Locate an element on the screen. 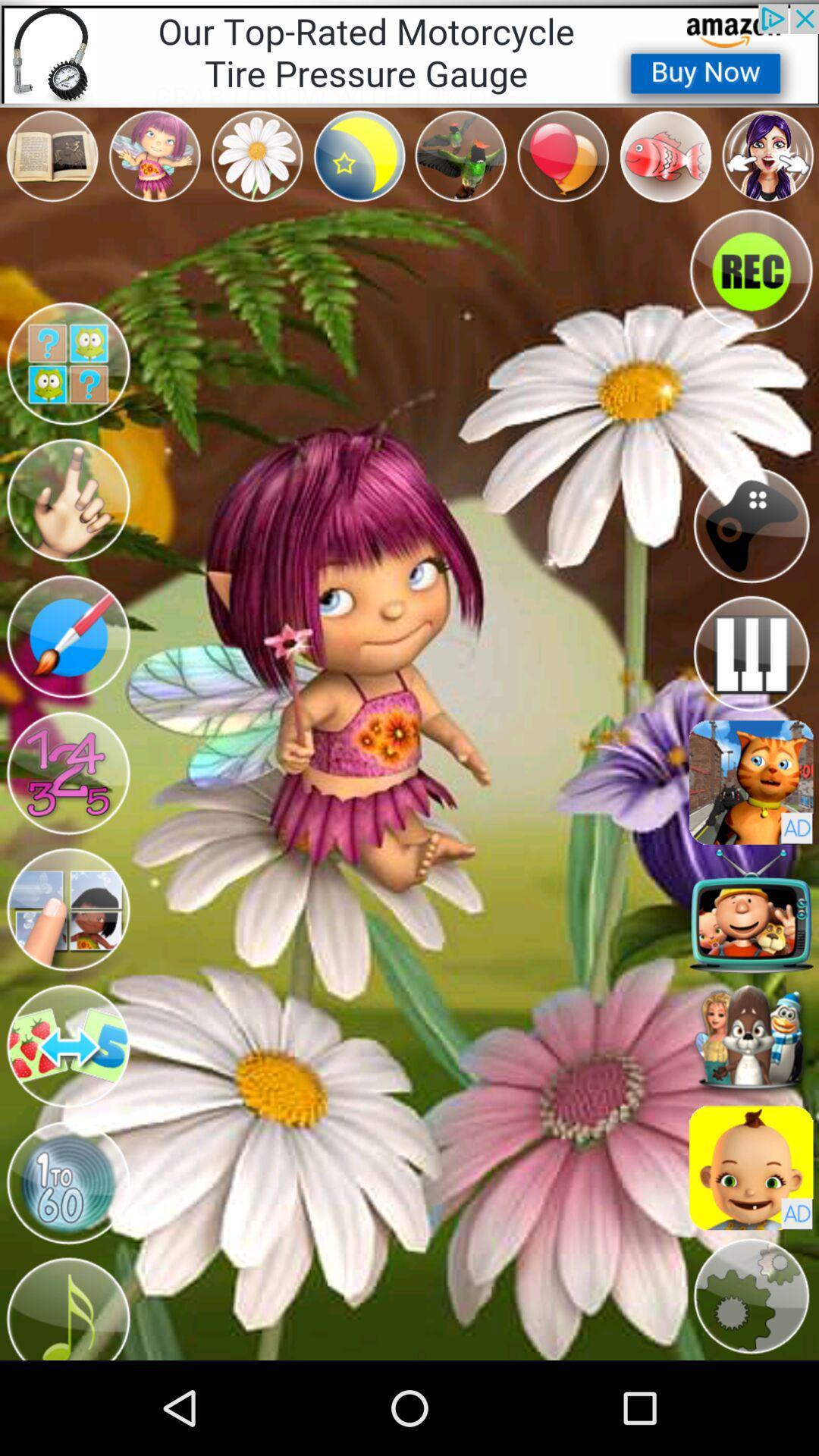 This screenshot has height=1456, width=819. open tool is located at coordinates (67, 637).